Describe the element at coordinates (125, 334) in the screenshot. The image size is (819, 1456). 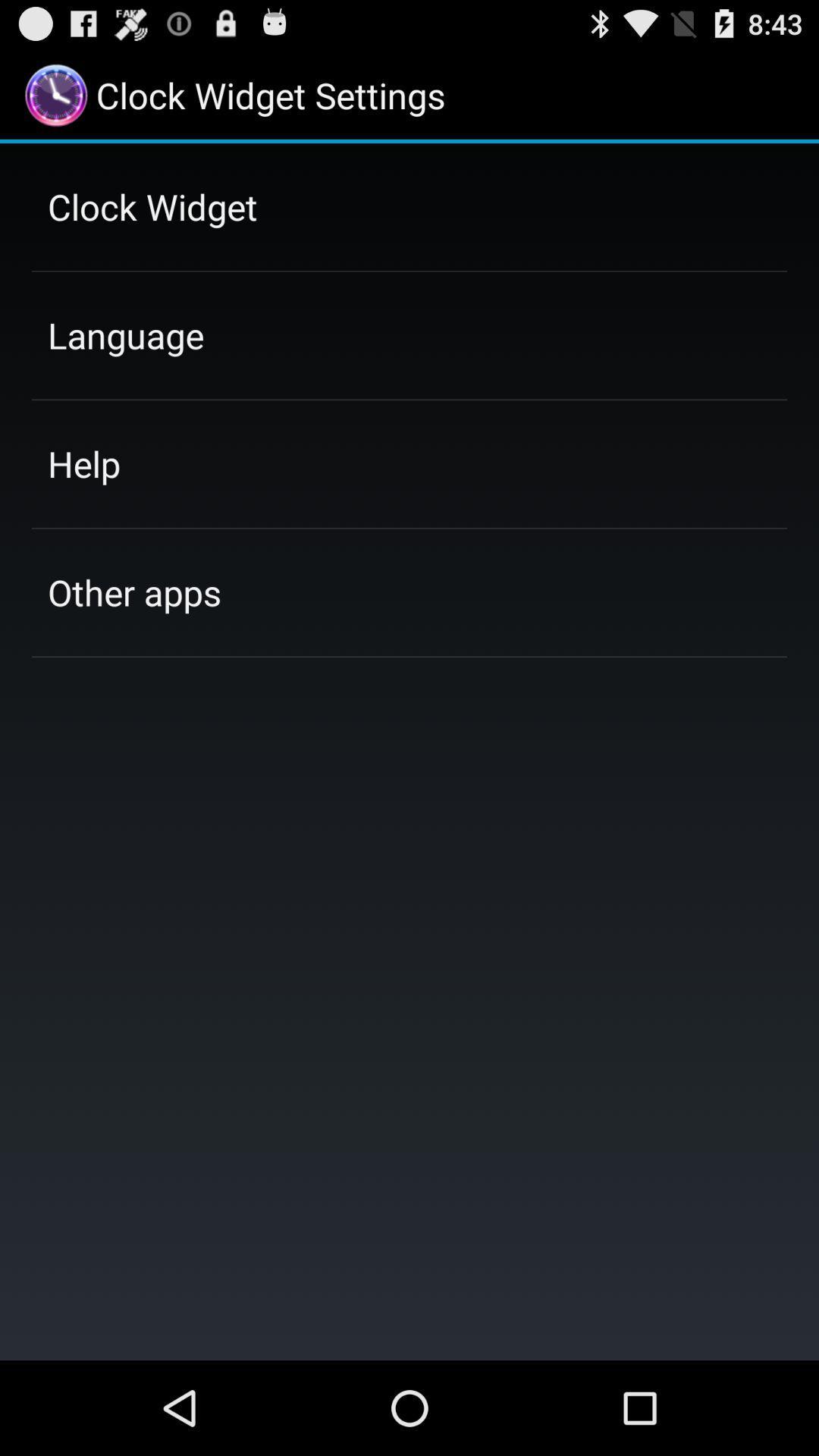
I see `language` at that location.